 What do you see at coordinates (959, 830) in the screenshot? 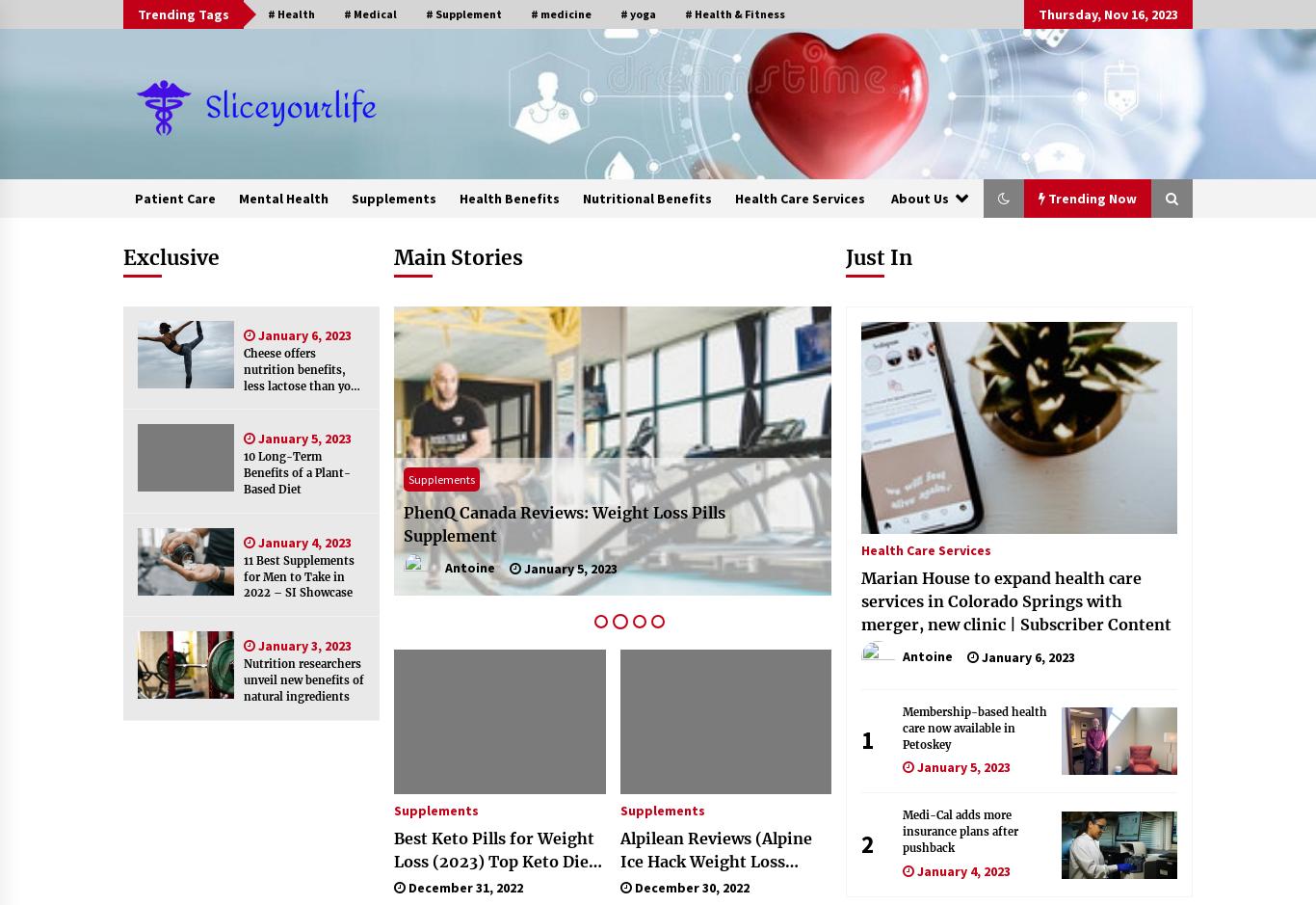
I see `'Medi-Cal adds more insurance plans after pushback'` at bounding box center [959, 830].